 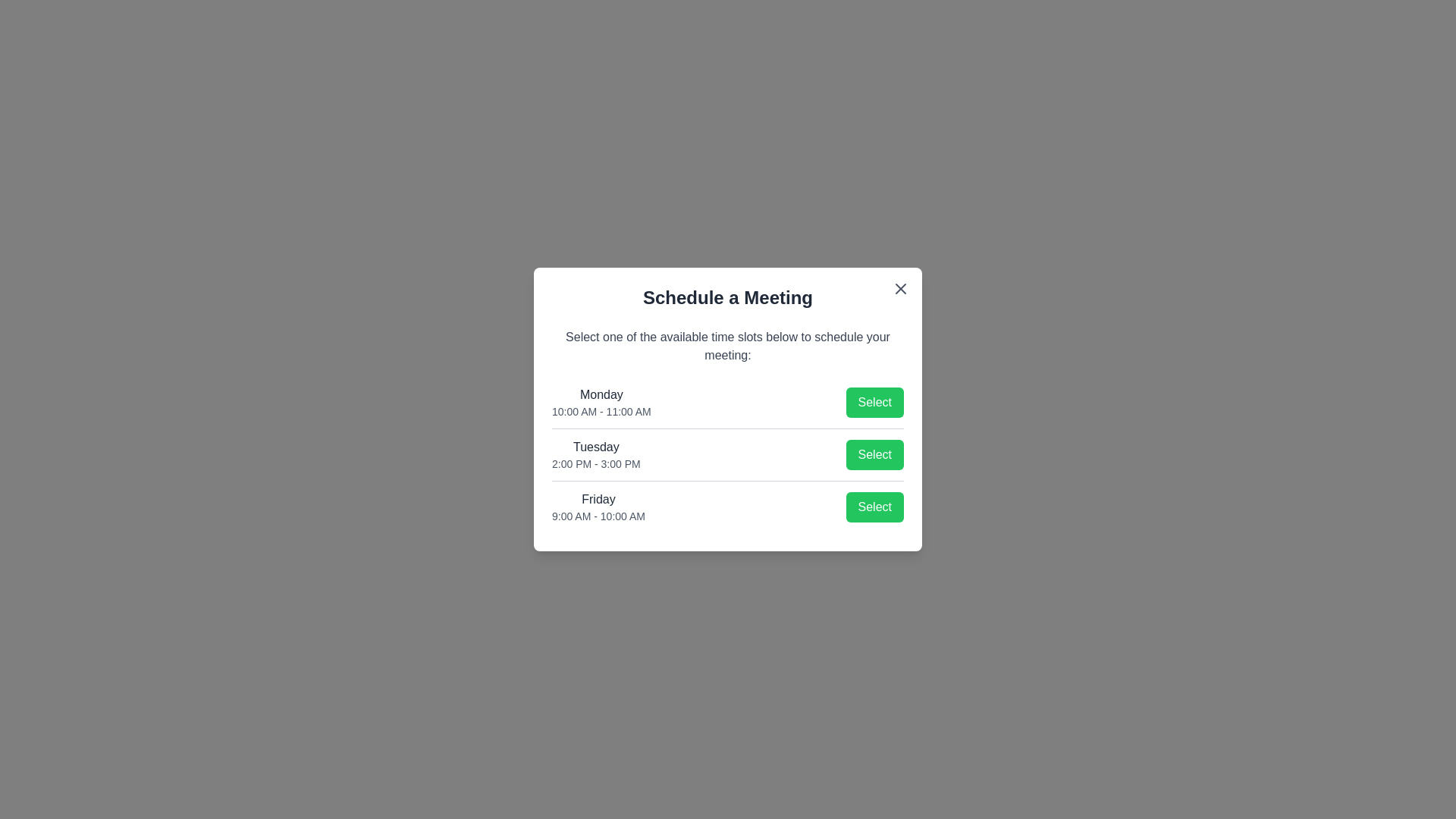 What do you see at coordinates (874, 402) in the screenshot?
I see `the 'Select' button corresponding to the Monday time slot` at bounding box center [874, 402].